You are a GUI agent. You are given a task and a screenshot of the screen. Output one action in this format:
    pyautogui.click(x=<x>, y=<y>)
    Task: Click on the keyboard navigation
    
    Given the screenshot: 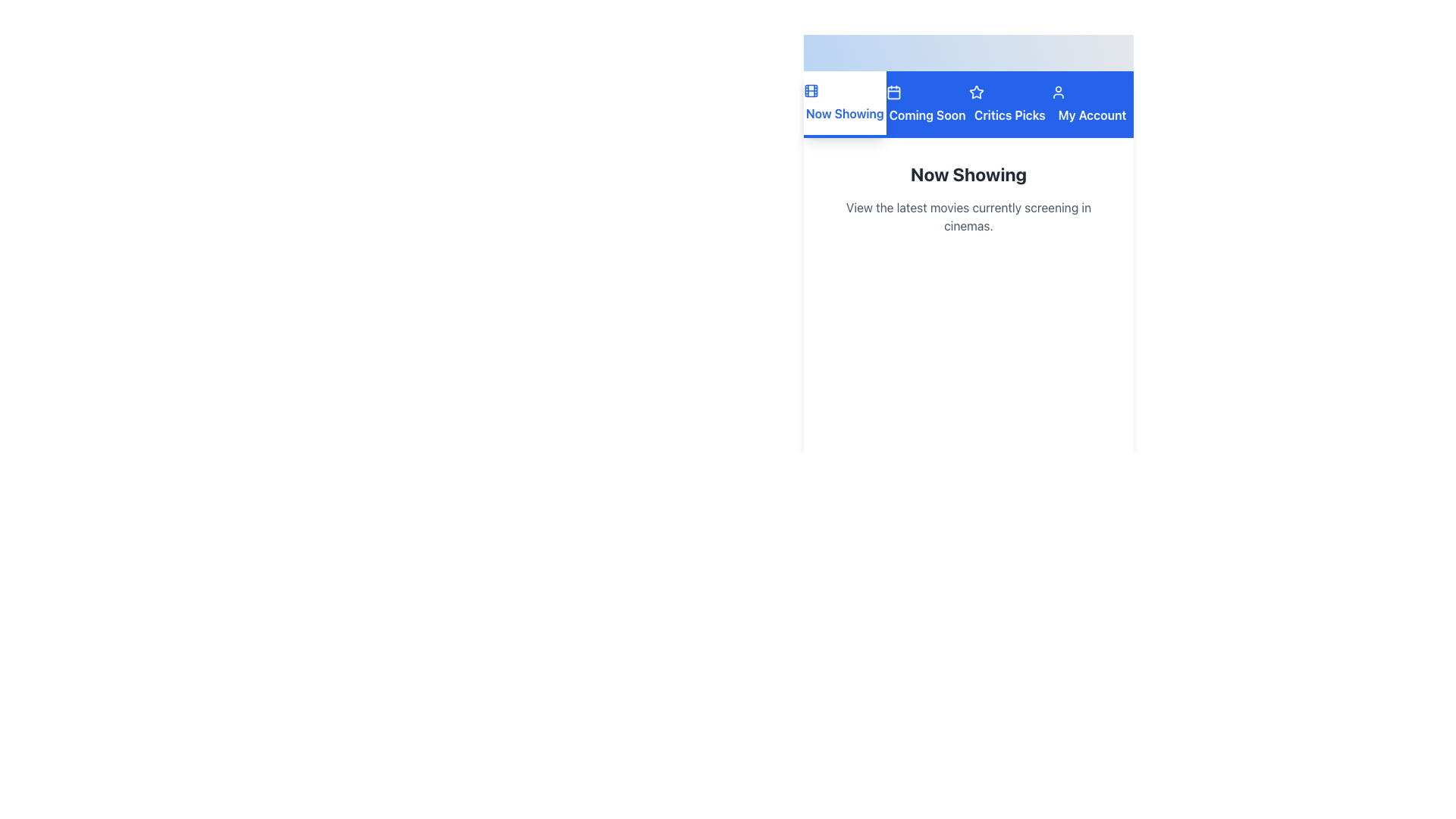 What is the action you would take?
    pyautogui.click(x=1009, y=114)
    